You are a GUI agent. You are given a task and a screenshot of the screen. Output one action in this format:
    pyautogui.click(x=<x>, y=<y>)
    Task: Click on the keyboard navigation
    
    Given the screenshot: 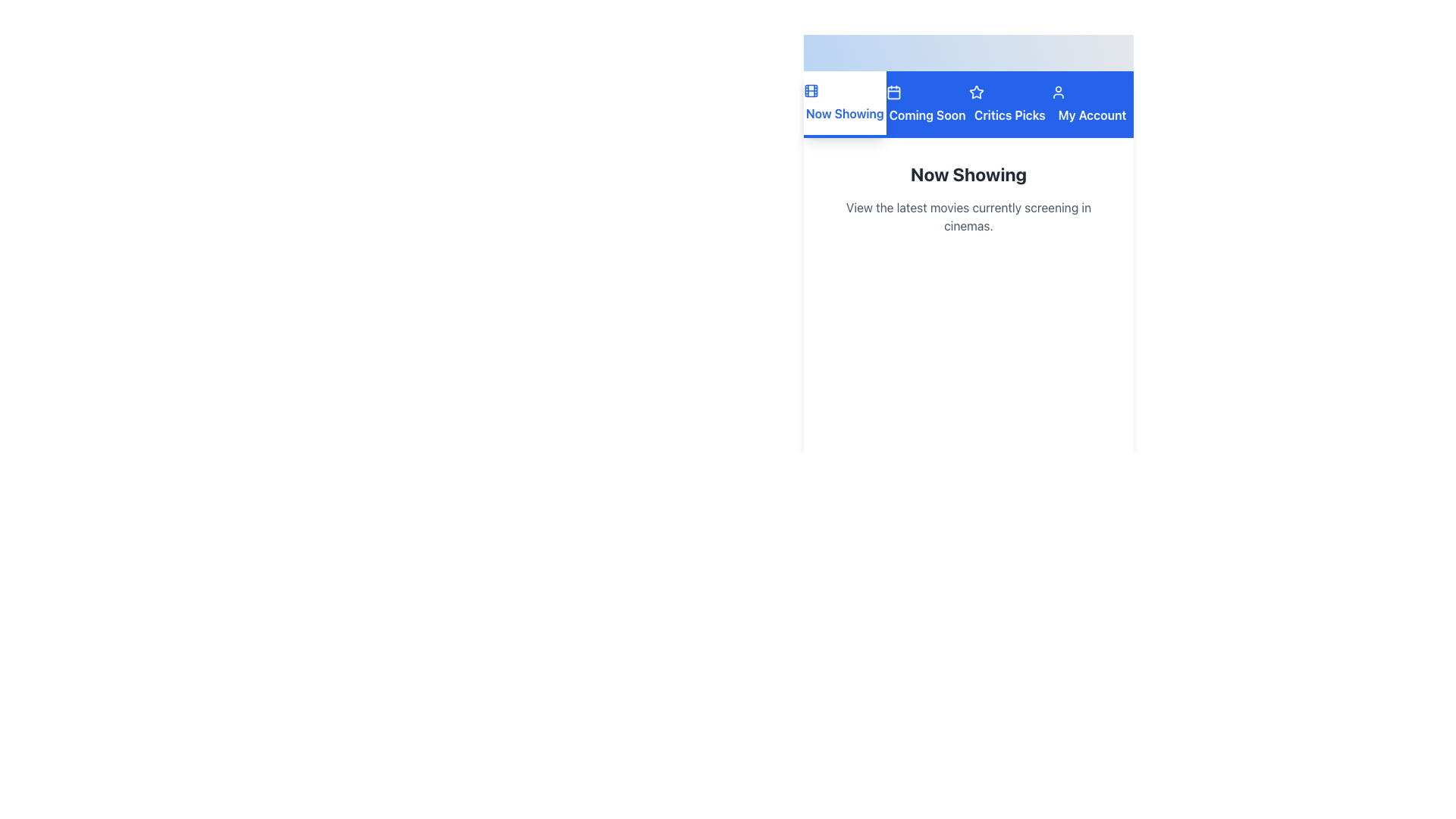 What is the action you would take?
    pyautogui.click(x=1009, y=114)
    